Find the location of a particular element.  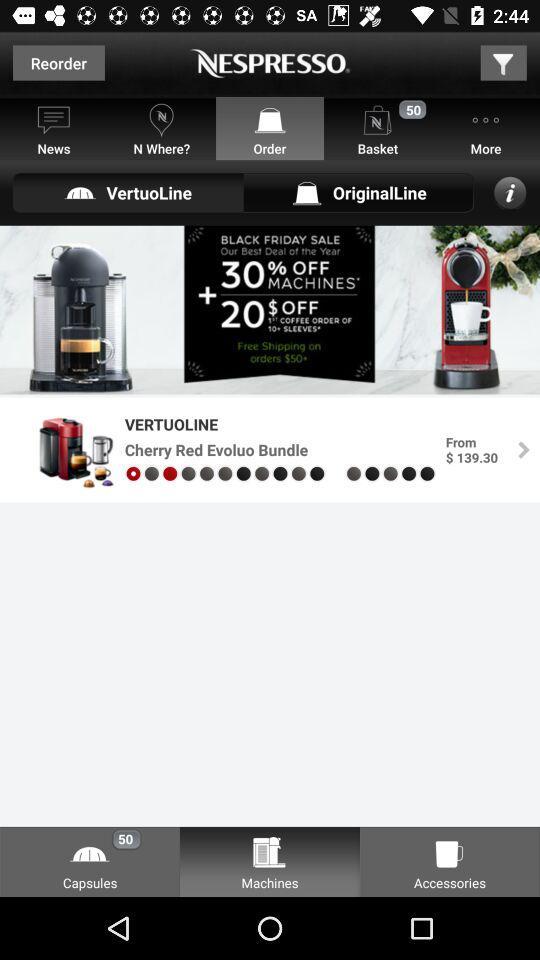

the filter icon is located at coordinates (502, 62).